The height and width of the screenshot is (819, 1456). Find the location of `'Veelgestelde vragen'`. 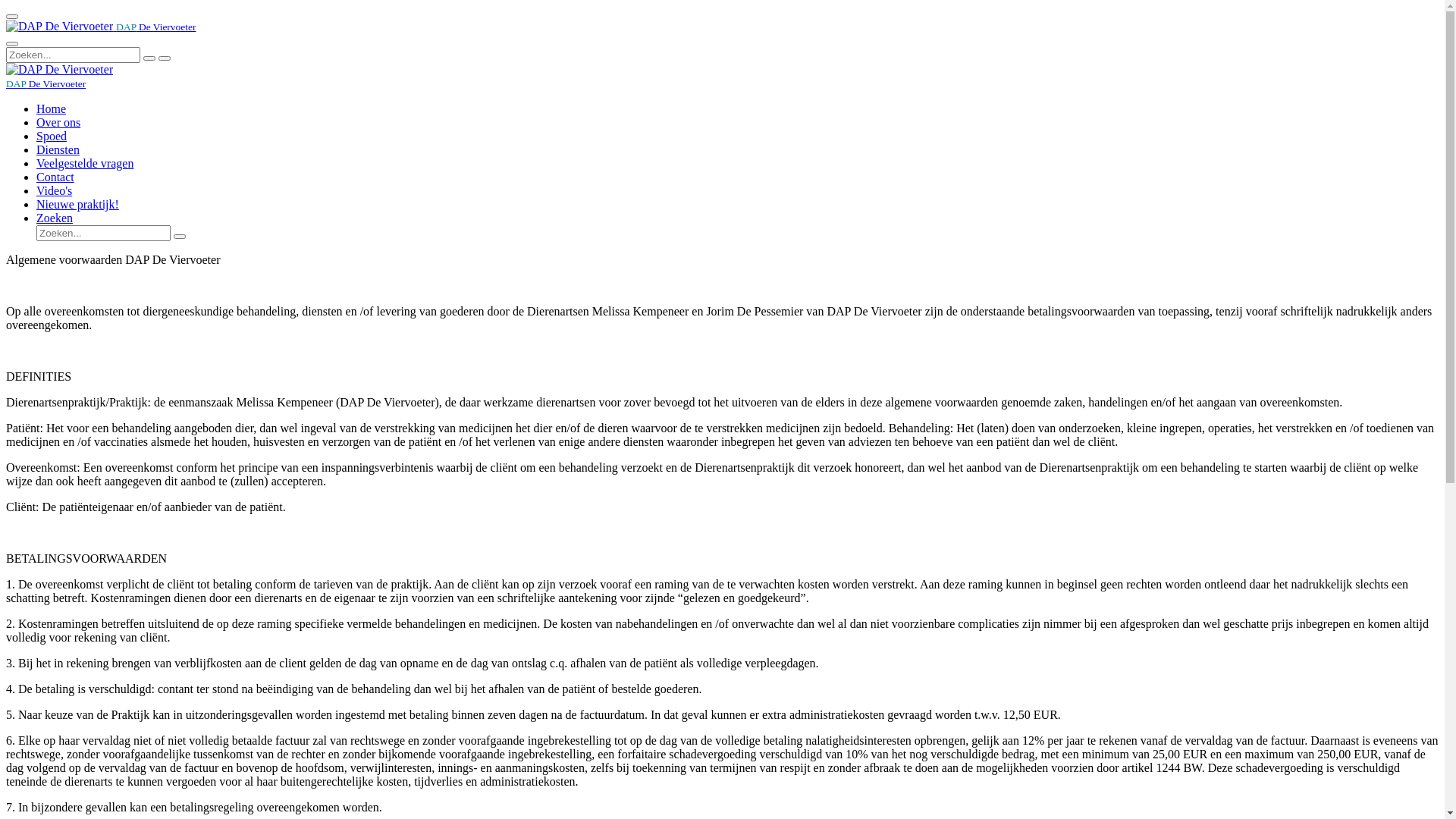

'Veelgestelde vragen' is located at coordinates (83, 163).